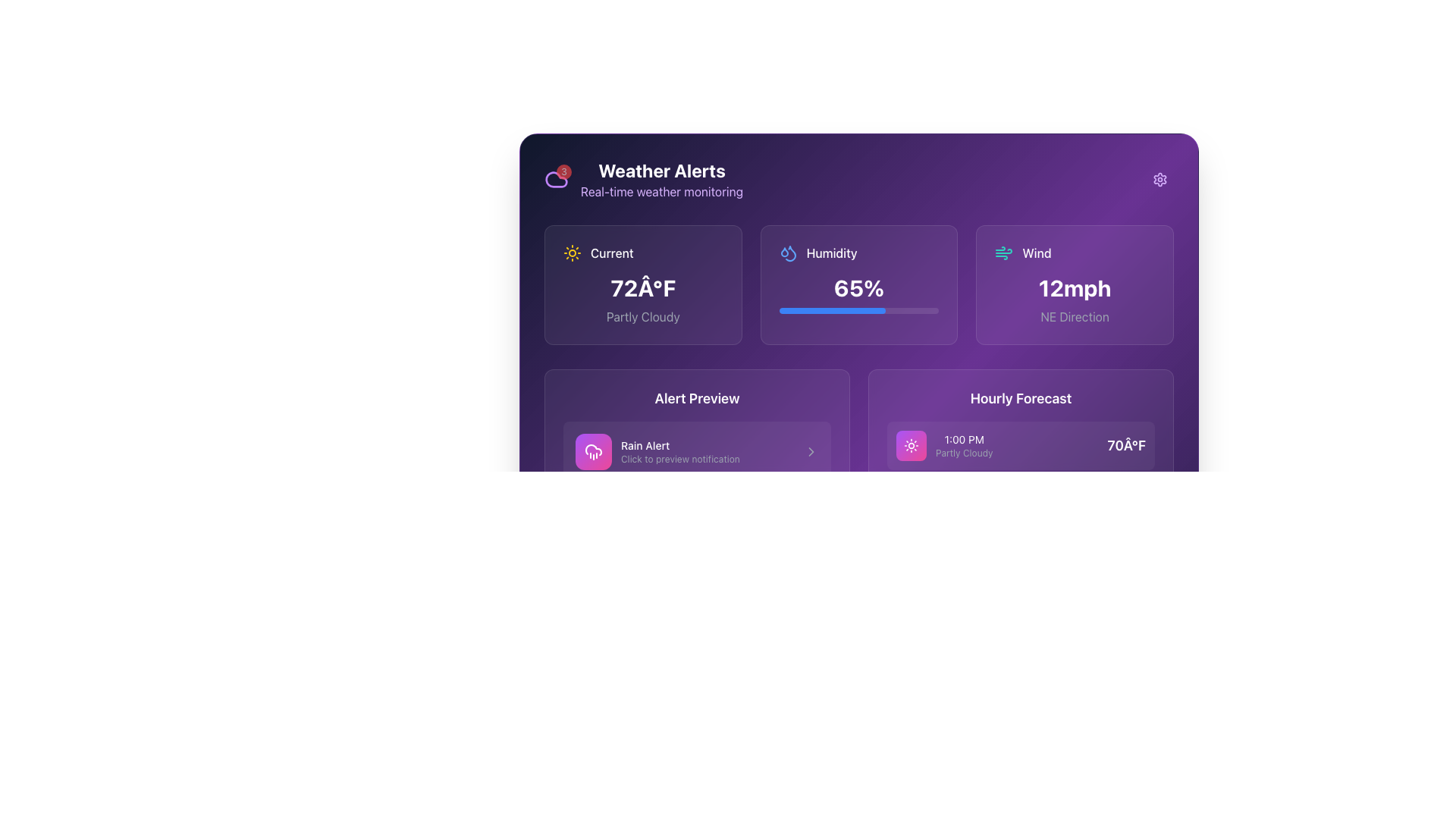 The image size is (1456, 819). Describe the element at coordinates (1074, 315) in the screenshot. I see `text label providing additional information about the wind's direction located beneath the '12mph' text in the 'Wind' card in the top-right quadrant of the interface` at that location.